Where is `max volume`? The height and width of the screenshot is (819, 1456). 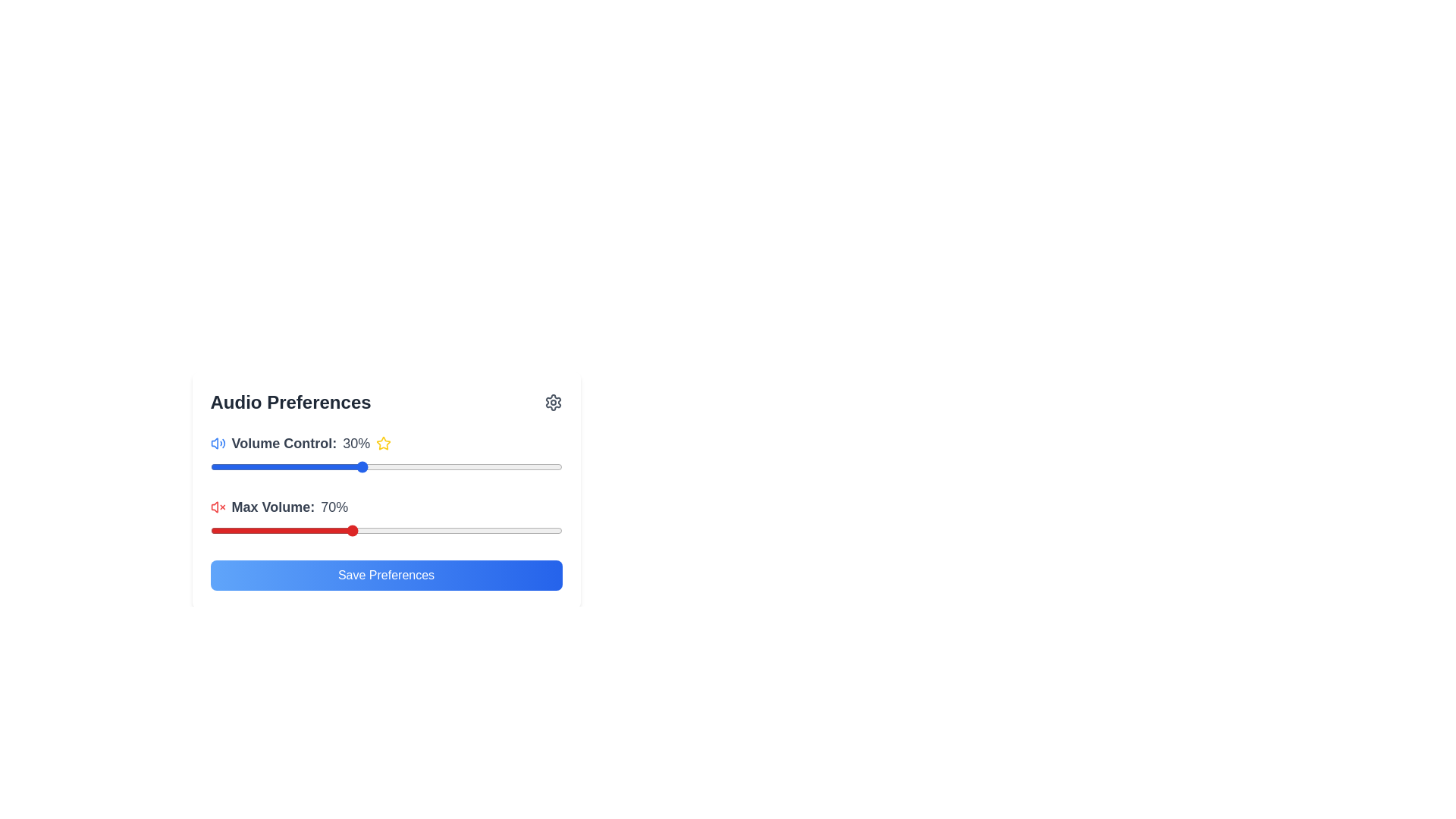
max volume is located at coordinates (273, 529).